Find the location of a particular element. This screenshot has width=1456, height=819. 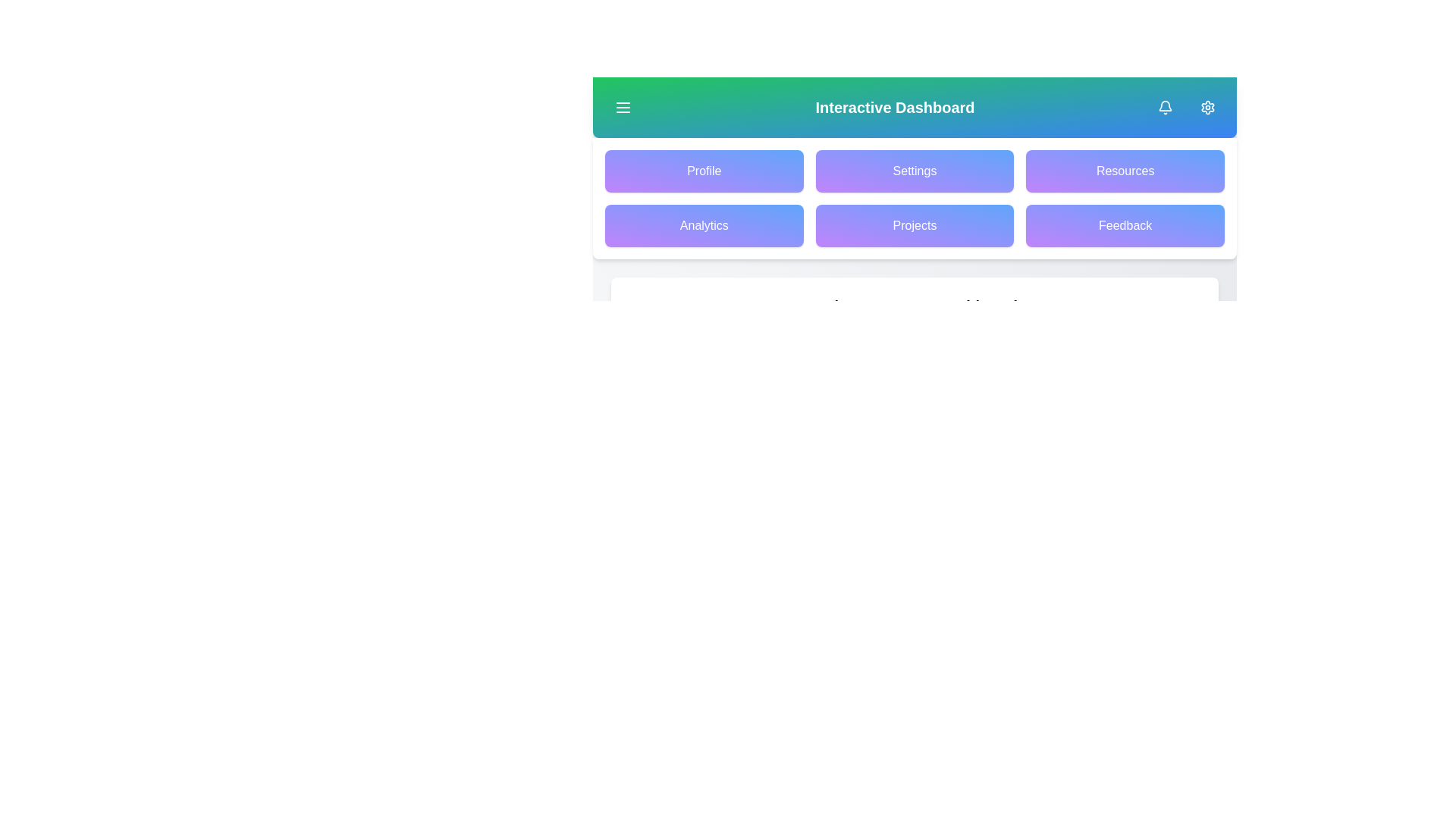

the Feedback button to navigate to the corresponding section is located at coordinates (1125, 225).